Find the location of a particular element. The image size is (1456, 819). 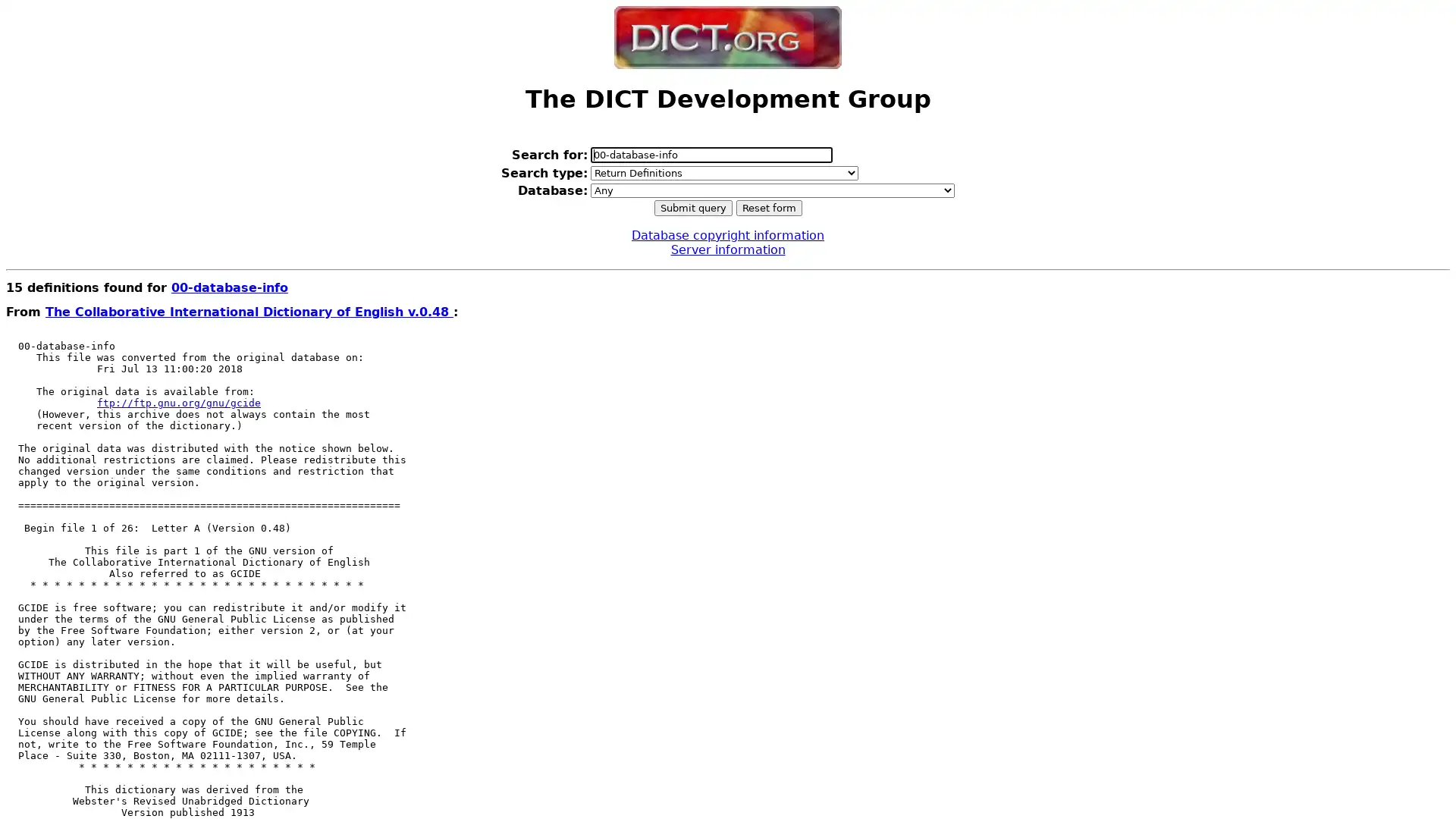

Submit query is located at coordinates (692, 207).